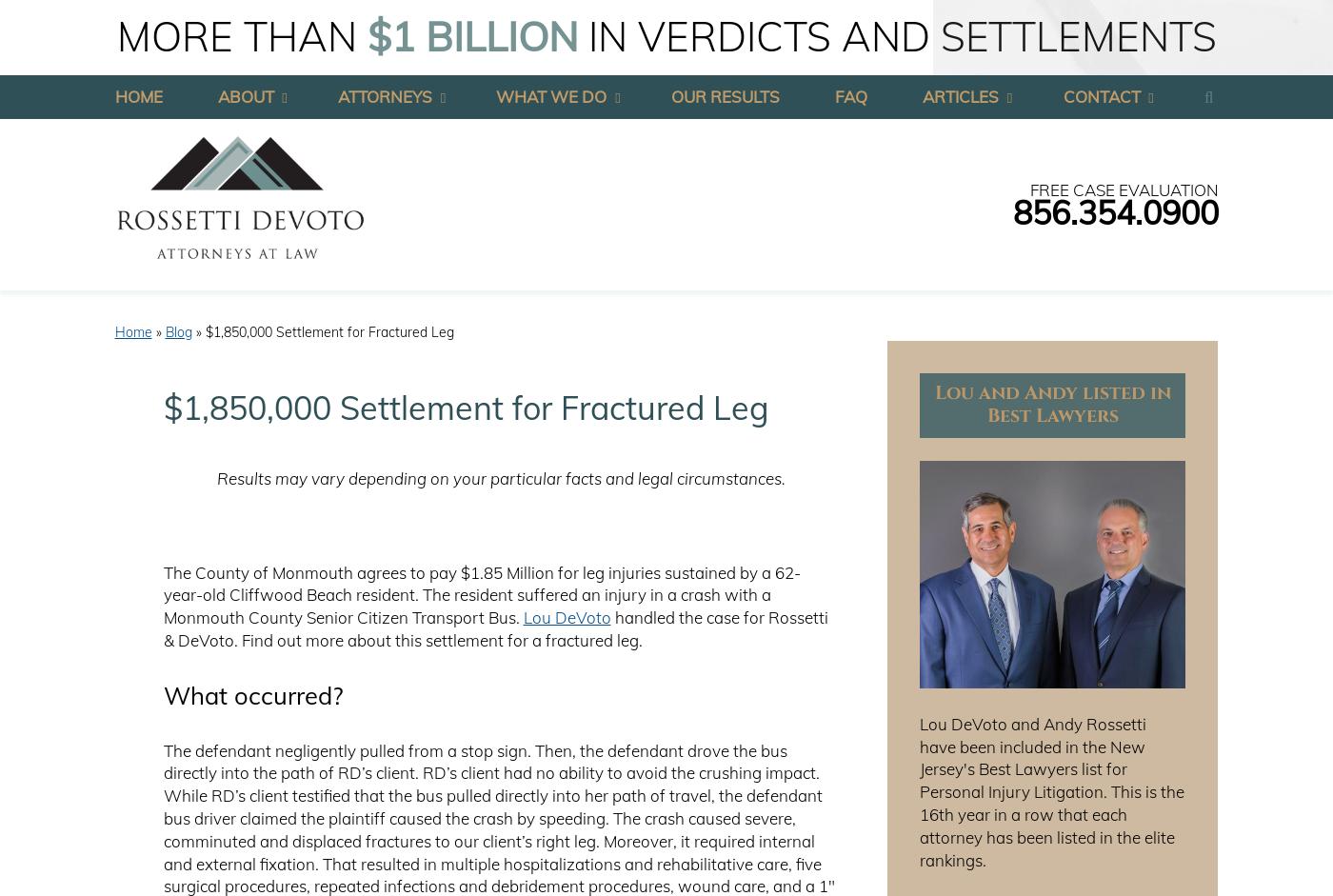 The height and width of the screenshot is (896, 1333). What do you see at coordinates (851, 95) in the screenshot?
I see `'FAQ'` at bounding box center [851, 95].